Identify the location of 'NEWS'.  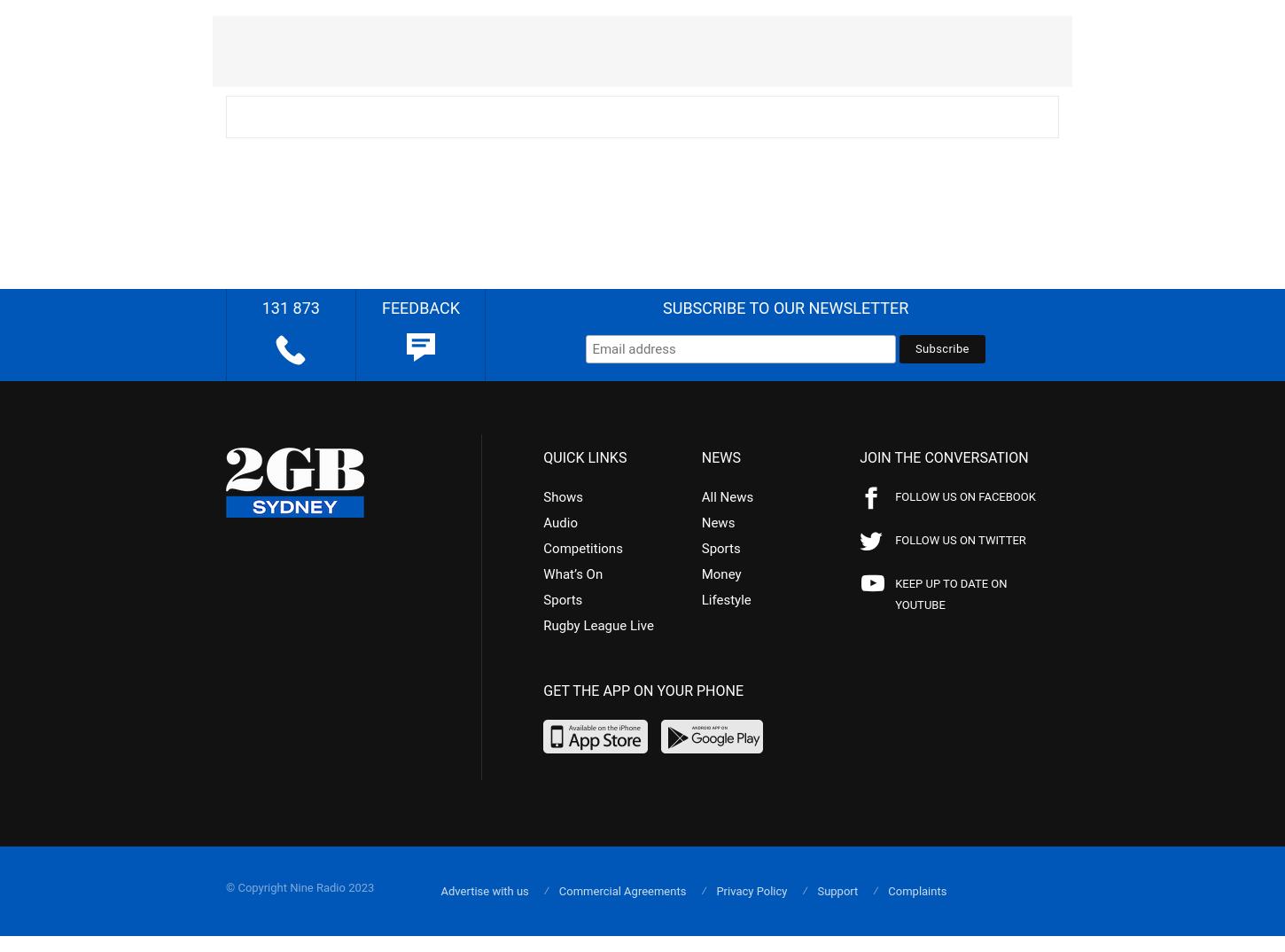
(720, 456).